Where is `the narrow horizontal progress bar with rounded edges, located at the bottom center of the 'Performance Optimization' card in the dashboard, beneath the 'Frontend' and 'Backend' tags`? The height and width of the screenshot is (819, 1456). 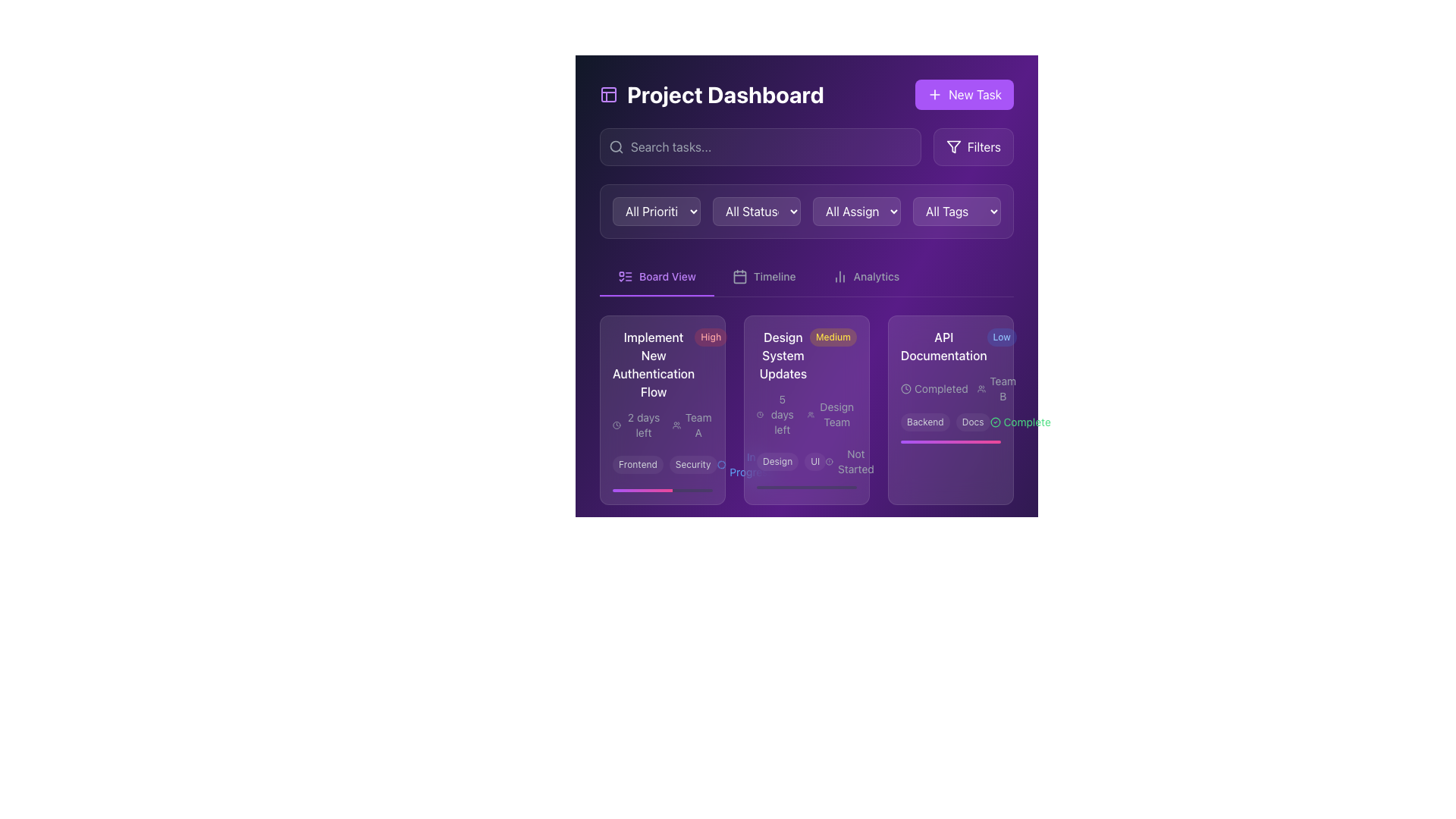
the narrow horizontal progress bar with rounded edges, located at the bottom center of the 'Performance Optimization' card in the dashboard, beneath the 'Frontend' and 'Backend' tags is located at coordinates (662, 661).